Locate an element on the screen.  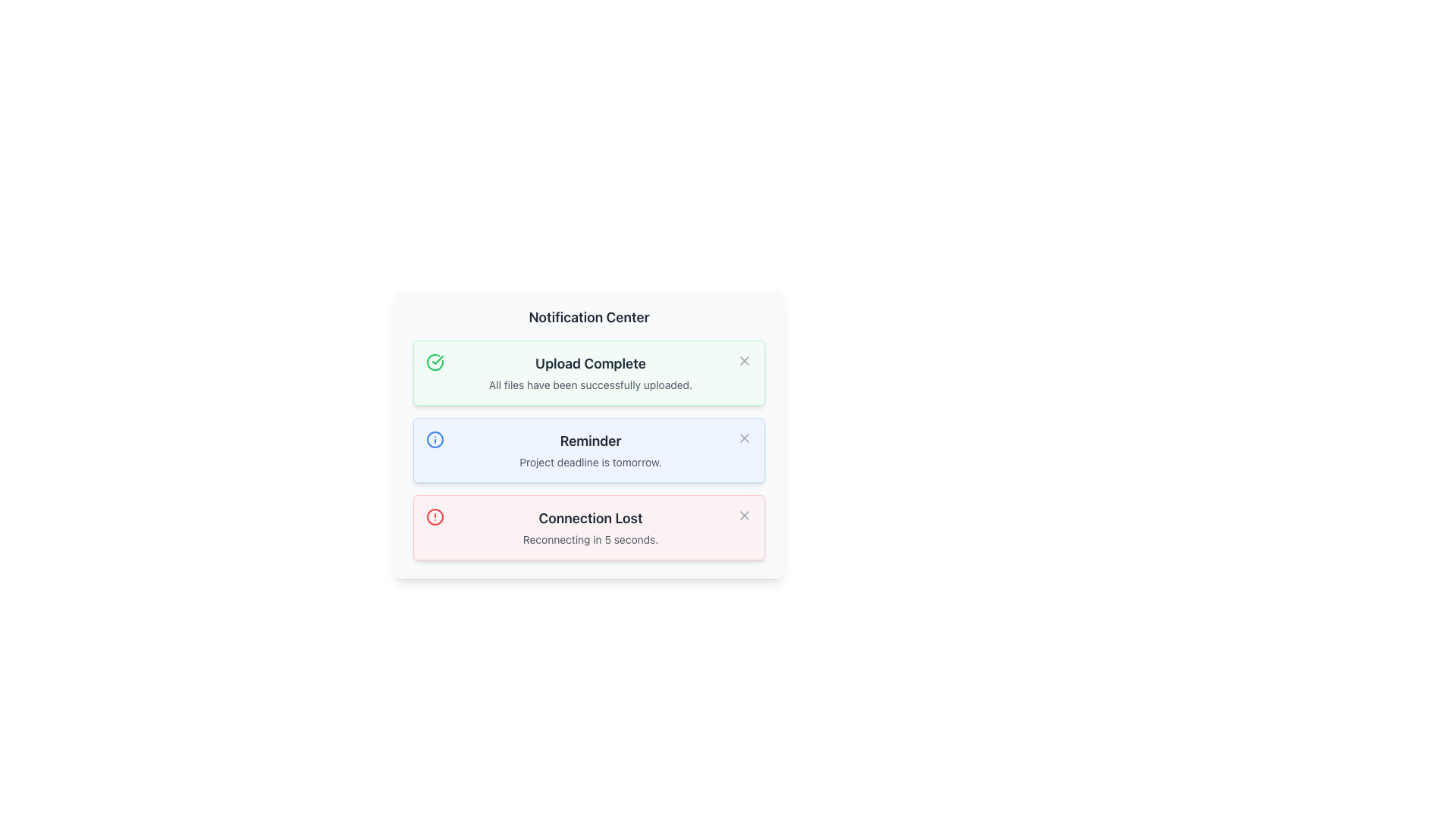
the central circular part of the 'info' icon located to the left of the 'Reminder' notification text is located at coordinates (435, 439).